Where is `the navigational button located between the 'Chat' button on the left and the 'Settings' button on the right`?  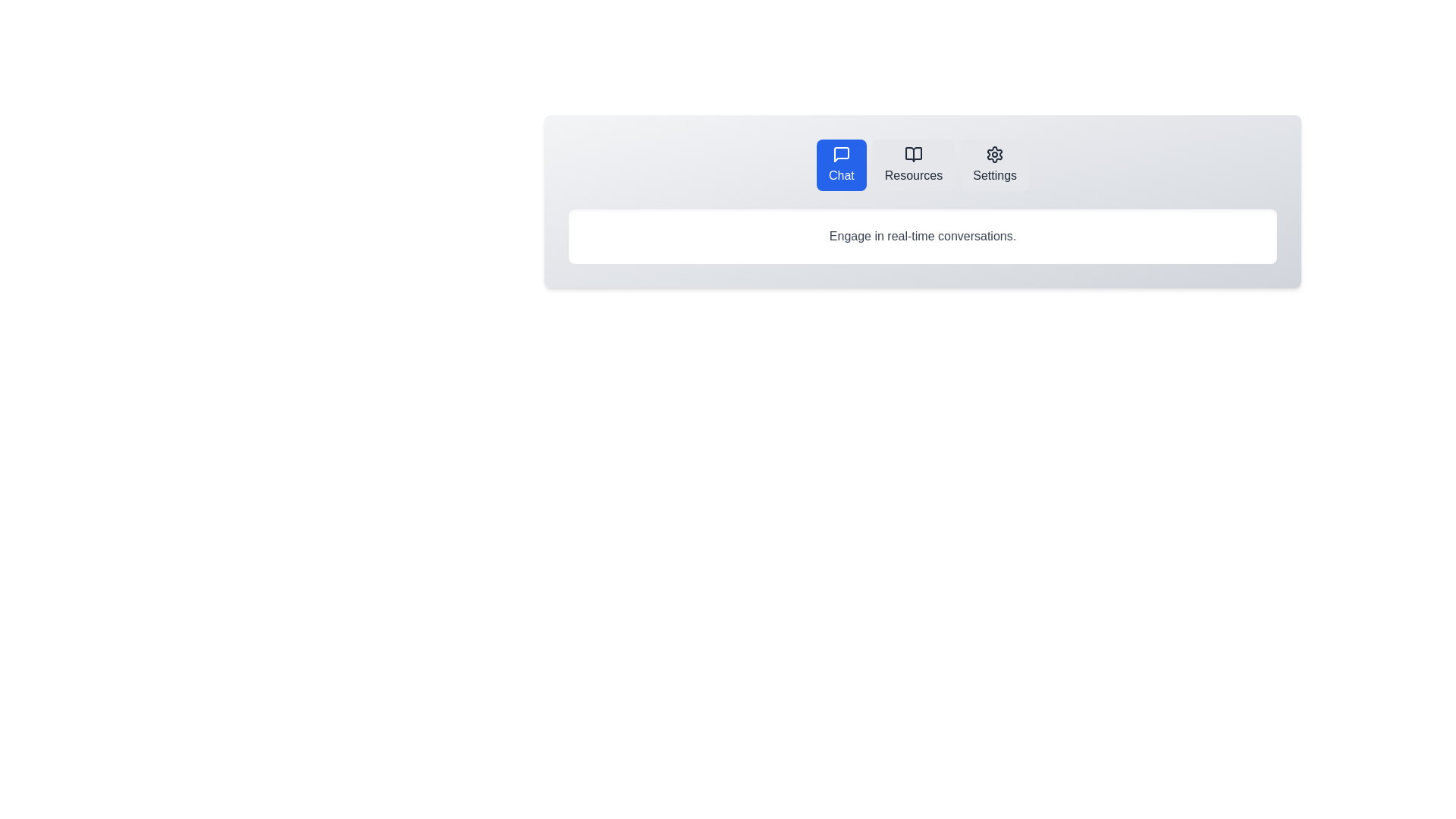 the navigational button located between the 'Chat' button on the left and the 'Settings' button on the right is located at coordinates (912, 165).